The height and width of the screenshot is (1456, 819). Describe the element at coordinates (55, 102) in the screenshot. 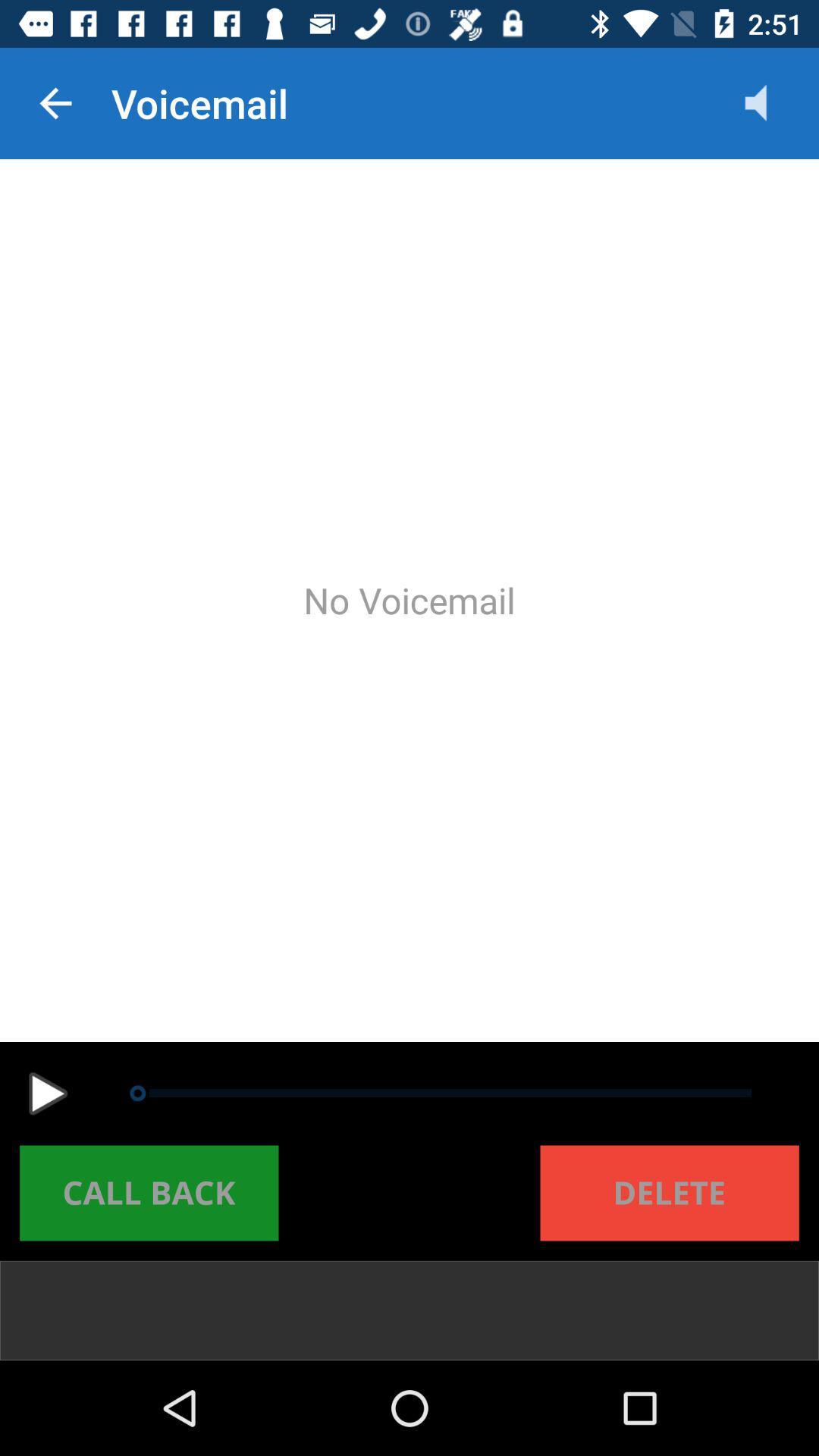

I see `icon to the left of the voicemail icon` at that location.